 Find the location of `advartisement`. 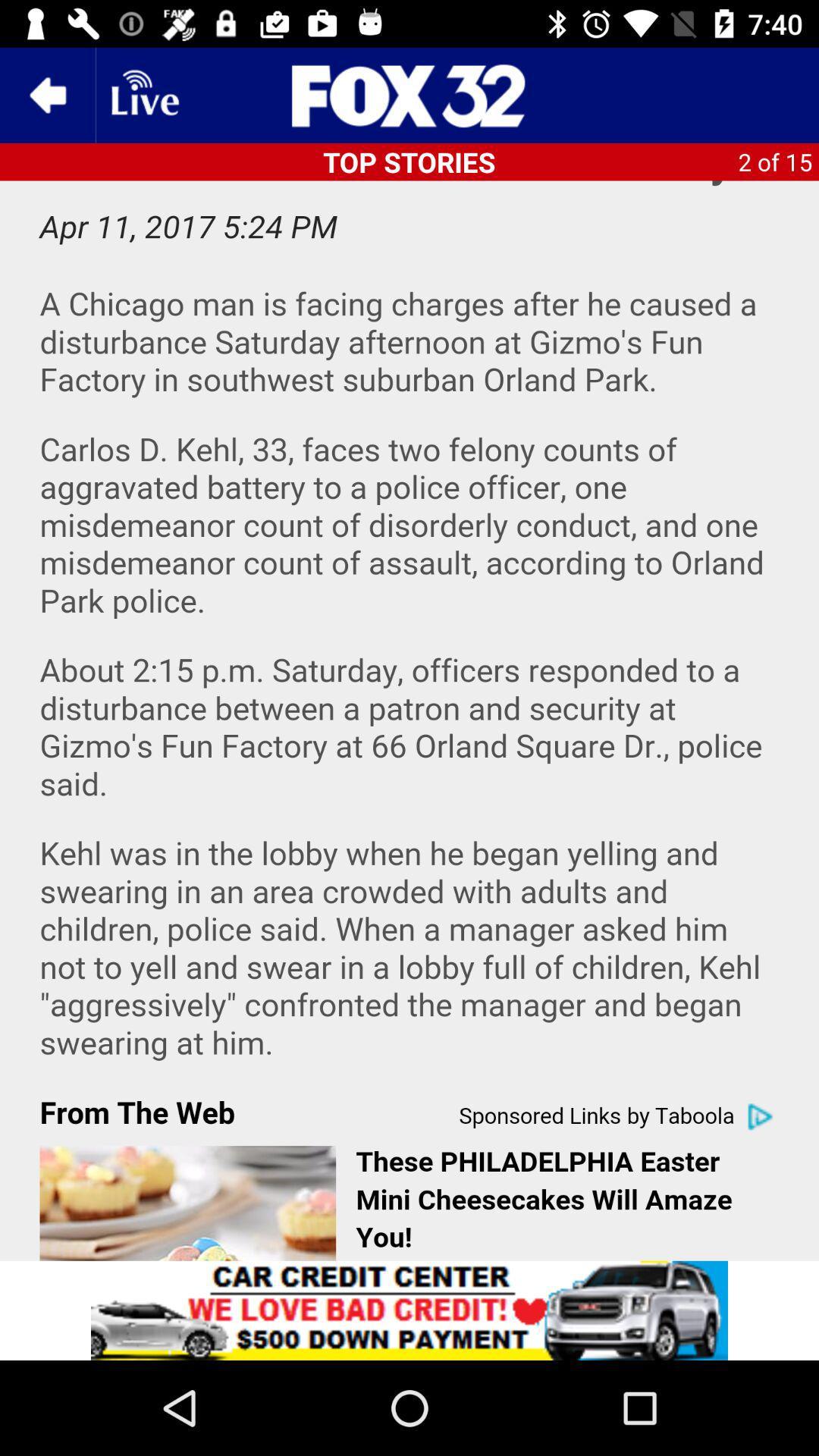

advartisement is located at coordinates (409, 1310).